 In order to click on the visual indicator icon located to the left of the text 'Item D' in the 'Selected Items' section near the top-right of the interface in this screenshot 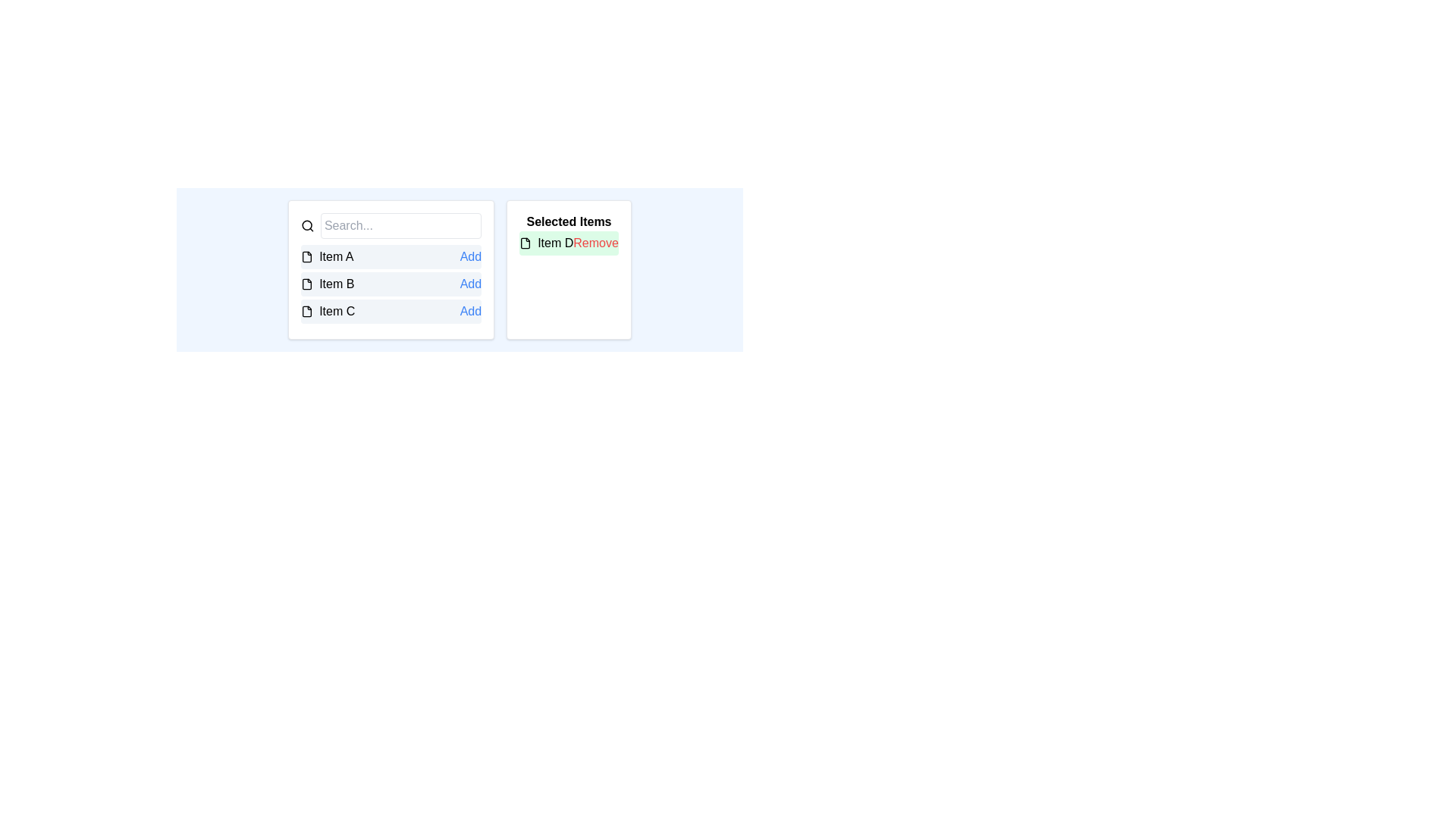, I will do `click(526, 242)`.